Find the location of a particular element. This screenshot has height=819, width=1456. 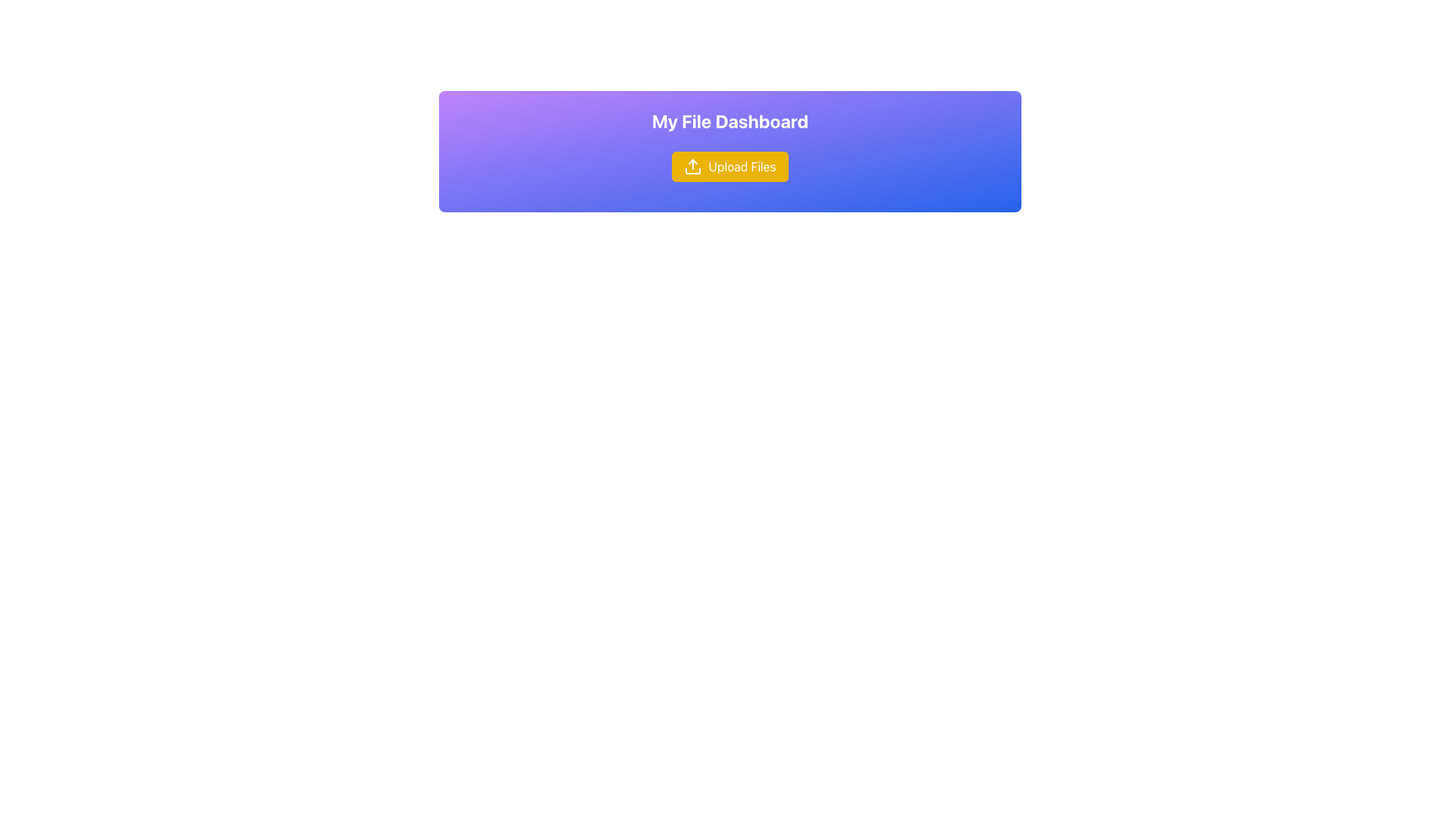

the upload icon, which features an upward-pointing arrow from a box, located on the left side of the 'Upload Files' button is located at coordinates (692, 166).